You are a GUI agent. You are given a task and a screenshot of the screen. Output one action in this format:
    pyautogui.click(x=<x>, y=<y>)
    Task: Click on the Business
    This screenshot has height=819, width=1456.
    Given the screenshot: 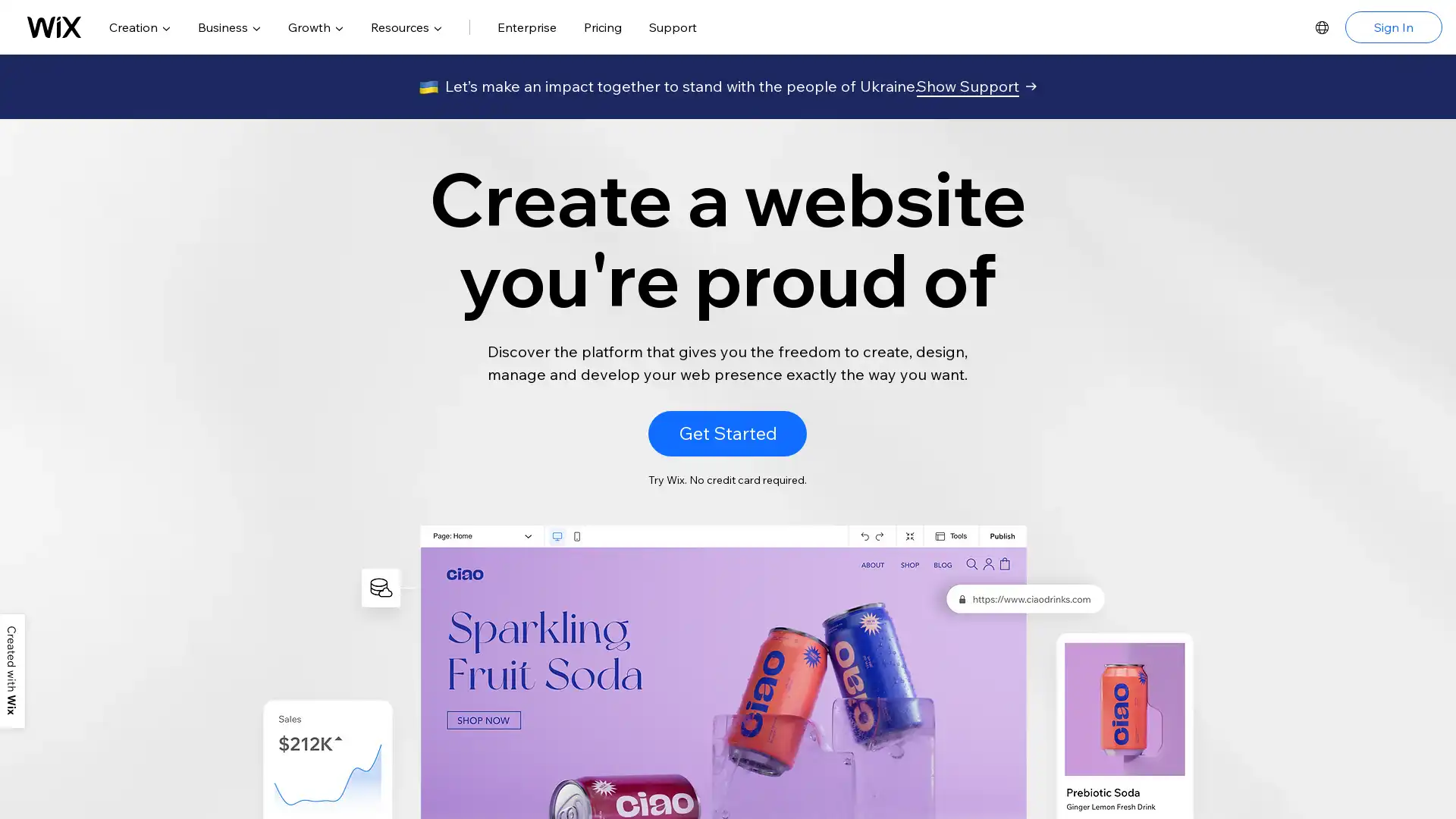 What is the action you would take?
    pyautogui.click(x=228, y=26)
    